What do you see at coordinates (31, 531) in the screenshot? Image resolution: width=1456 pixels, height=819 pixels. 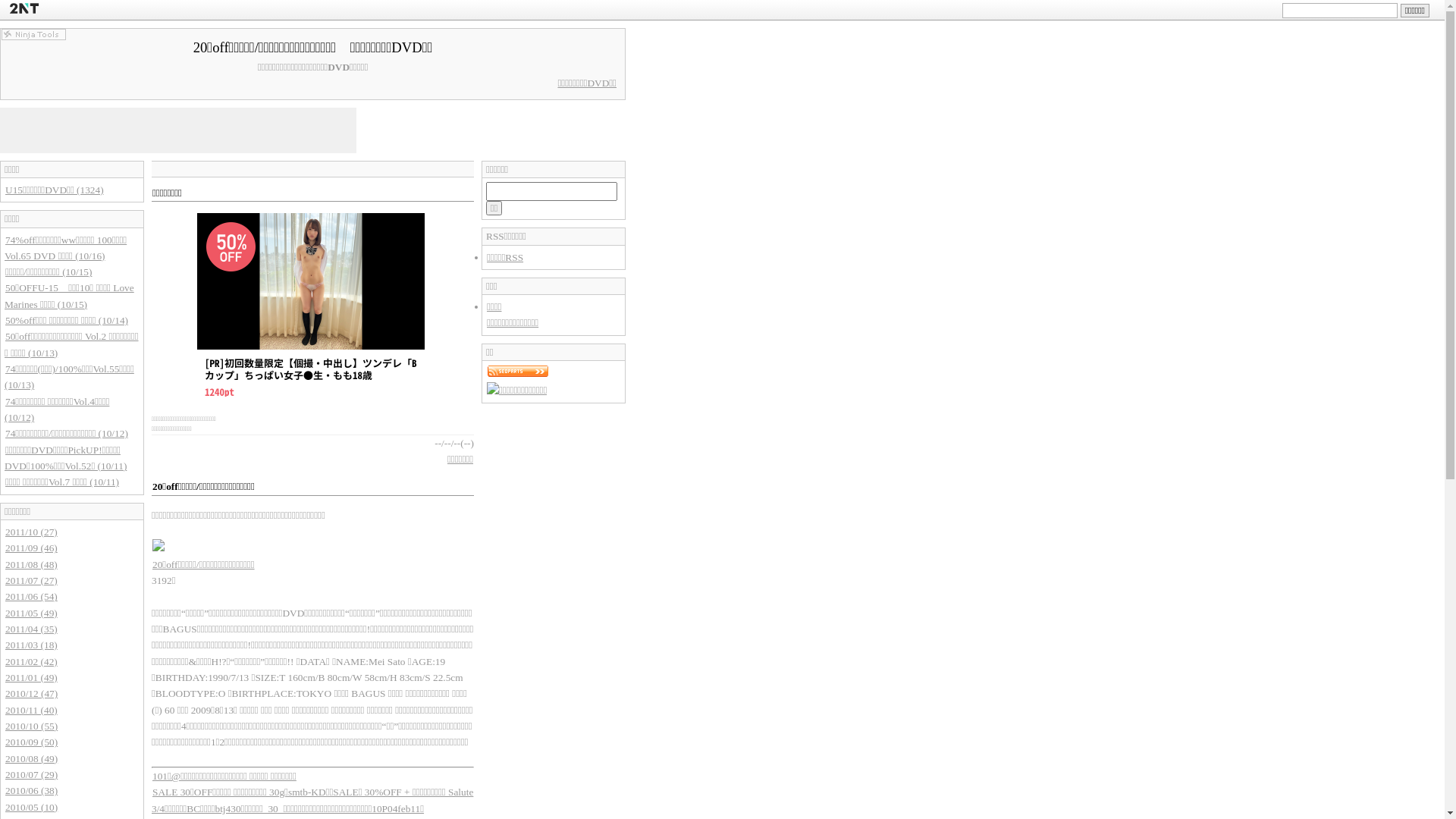 I see `'2011/10 (27)'` at bounding box center [31, 531].